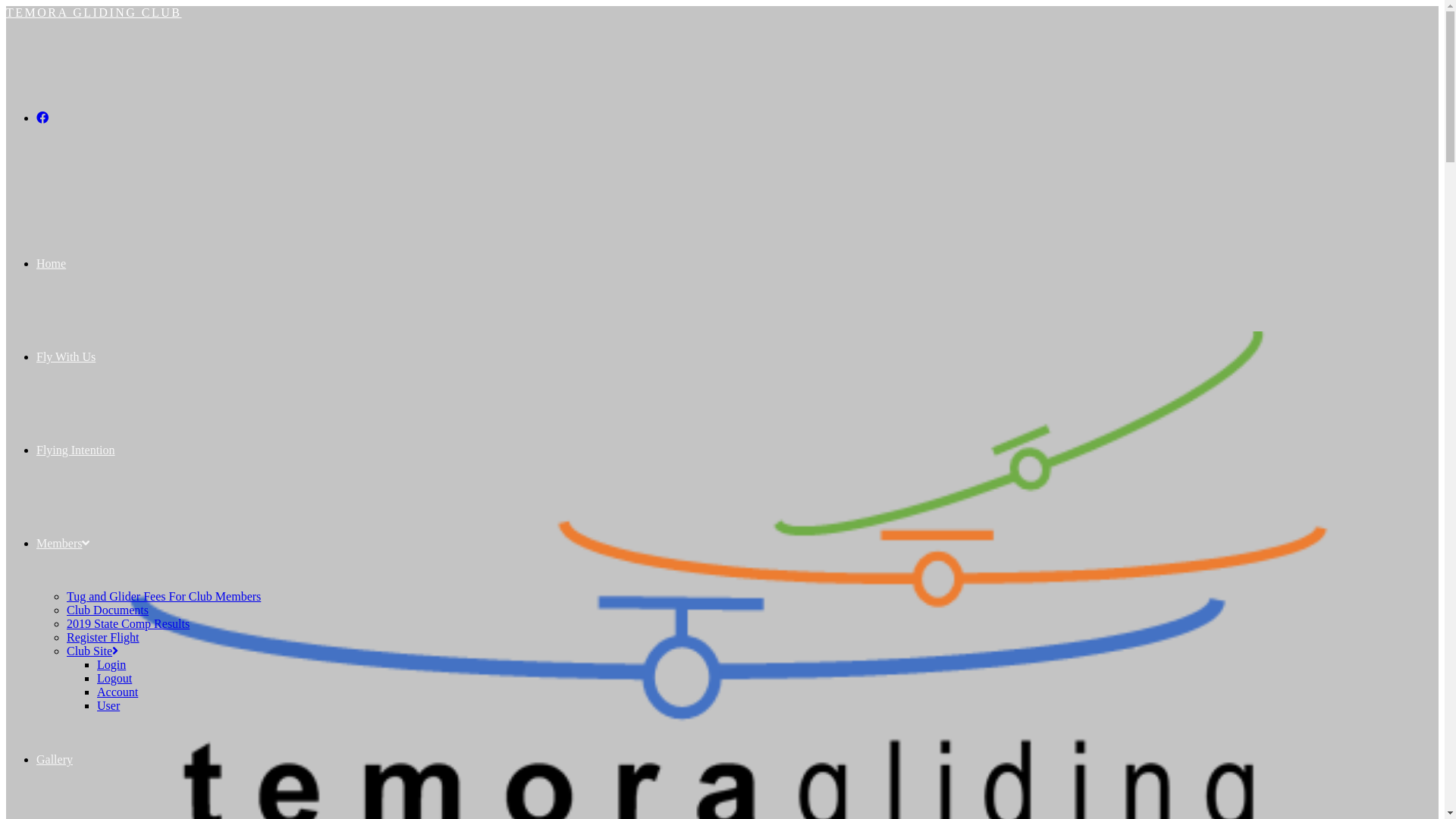 The height and width of the screenshot is (819, 1456). I want to click on 'Club Documents', so click(107, 609).